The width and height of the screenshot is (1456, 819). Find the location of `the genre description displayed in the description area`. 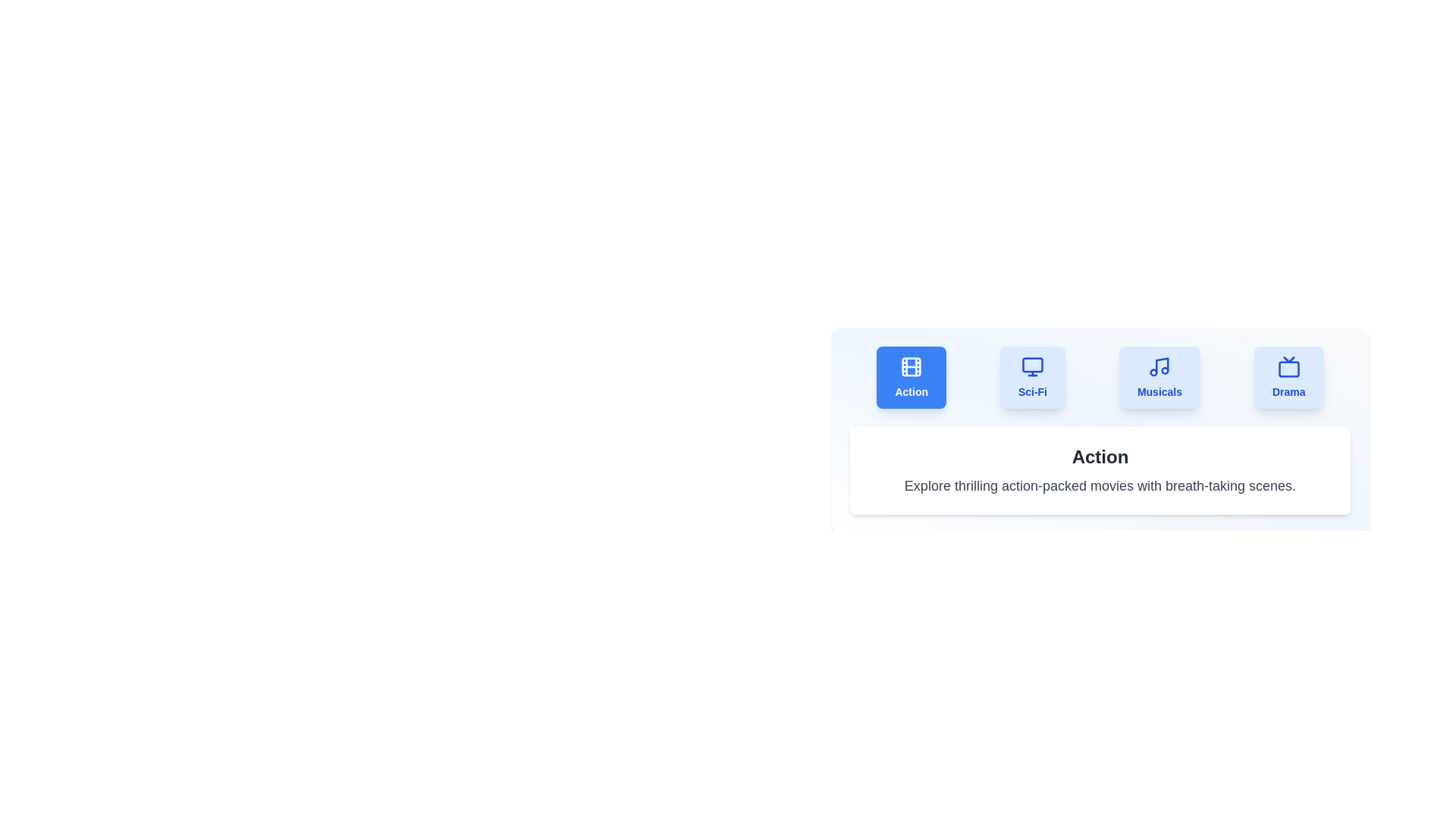

the genre description displayed in the description area is located at coordinates (1100, 485).